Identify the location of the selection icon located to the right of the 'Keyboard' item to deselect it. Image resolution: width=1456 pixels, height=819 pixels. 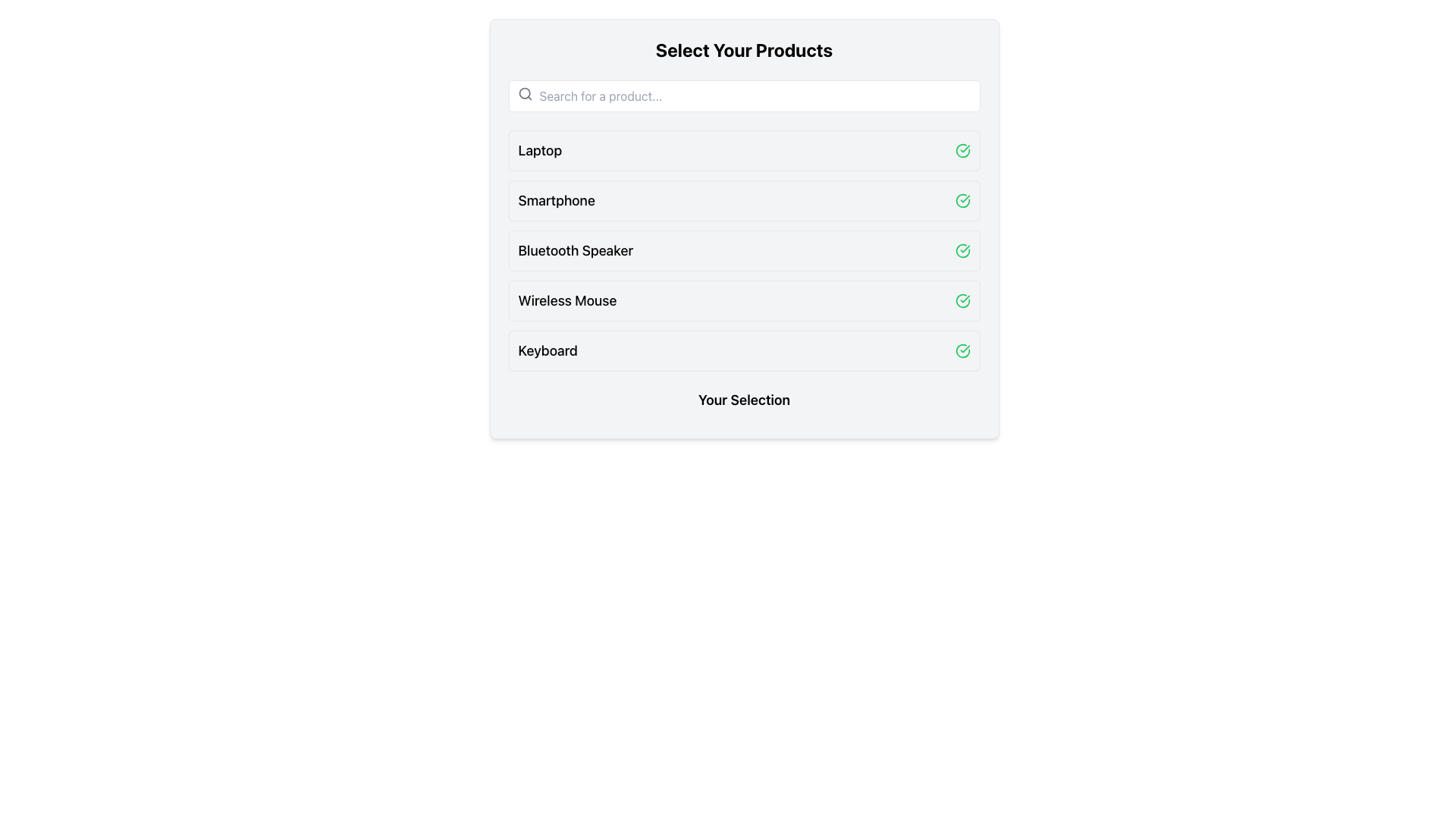
(962, 350).